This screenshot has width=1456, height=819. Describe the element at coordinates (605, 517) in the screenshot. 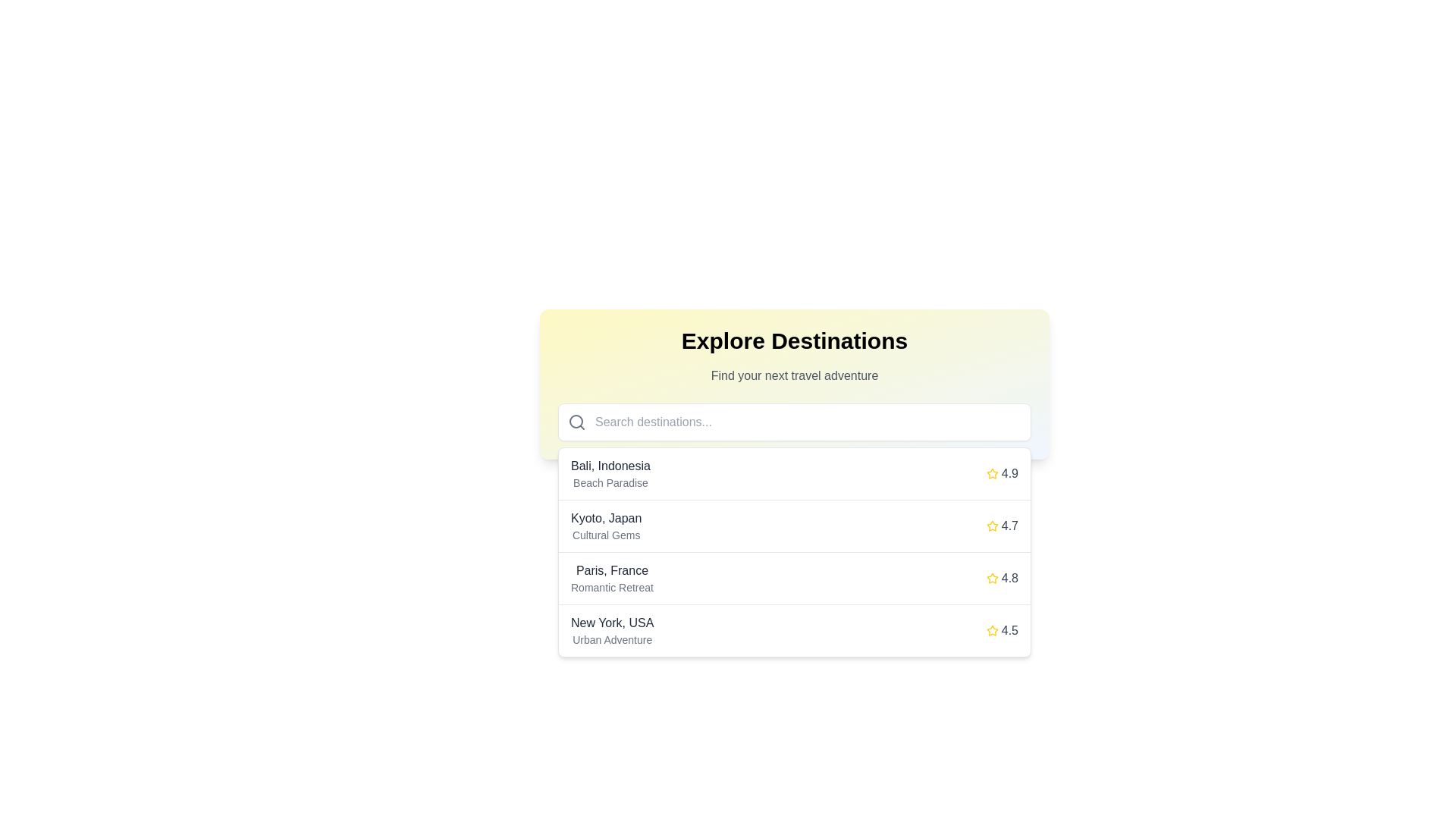

I see `text content of the label displaying 'Kyoto, Japan', which is positioned at the top of a text group and is aligned with the description 'Cultural Gems' below it` at that location.